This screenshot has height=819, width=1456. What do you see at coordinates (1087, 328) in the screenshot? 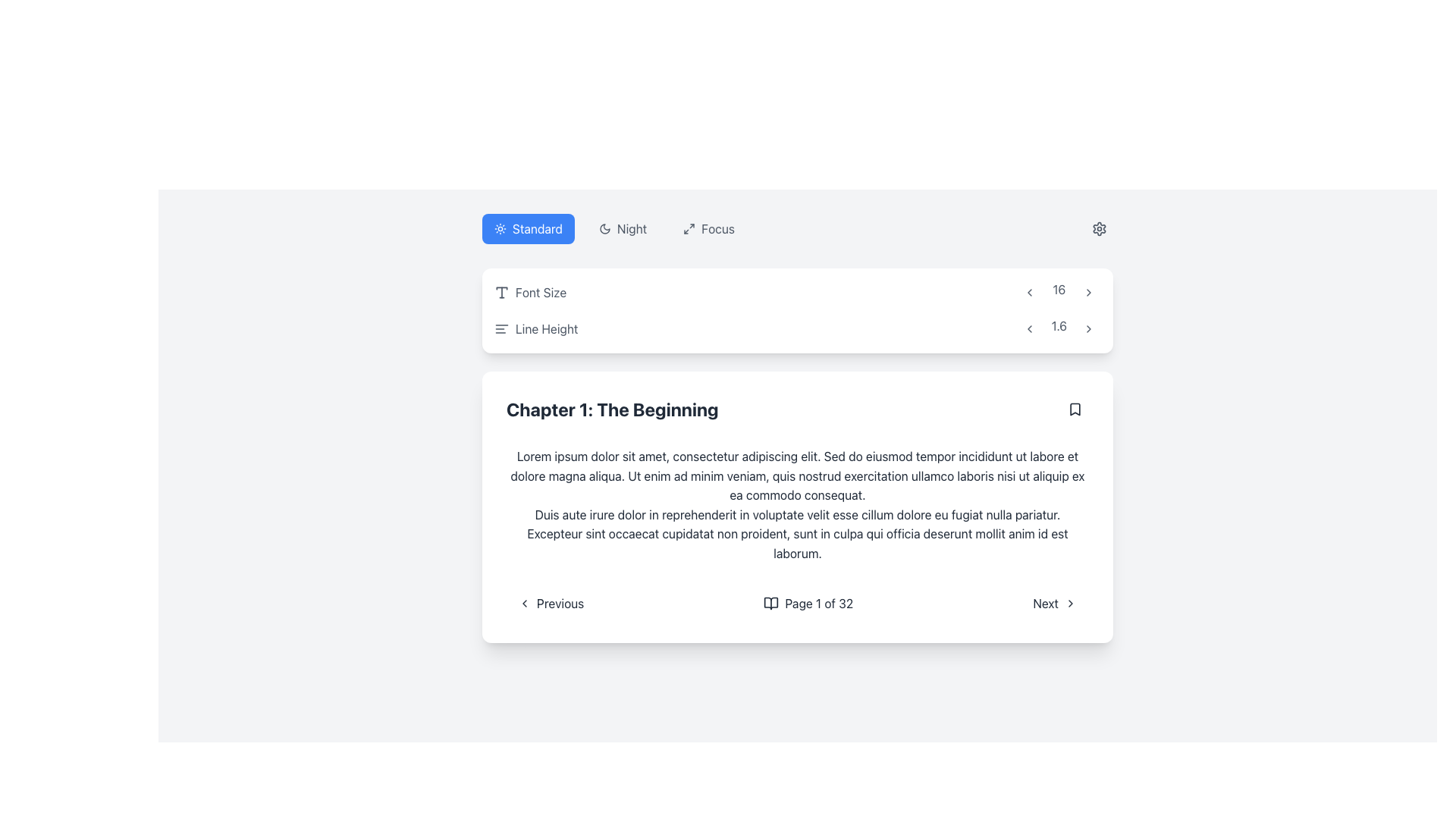
I see `the icon button located in the top right section of the visible panel, adjacent to the '1.6' label, to incrementally adjust the line height setting` at bounding box center [1087, 328].